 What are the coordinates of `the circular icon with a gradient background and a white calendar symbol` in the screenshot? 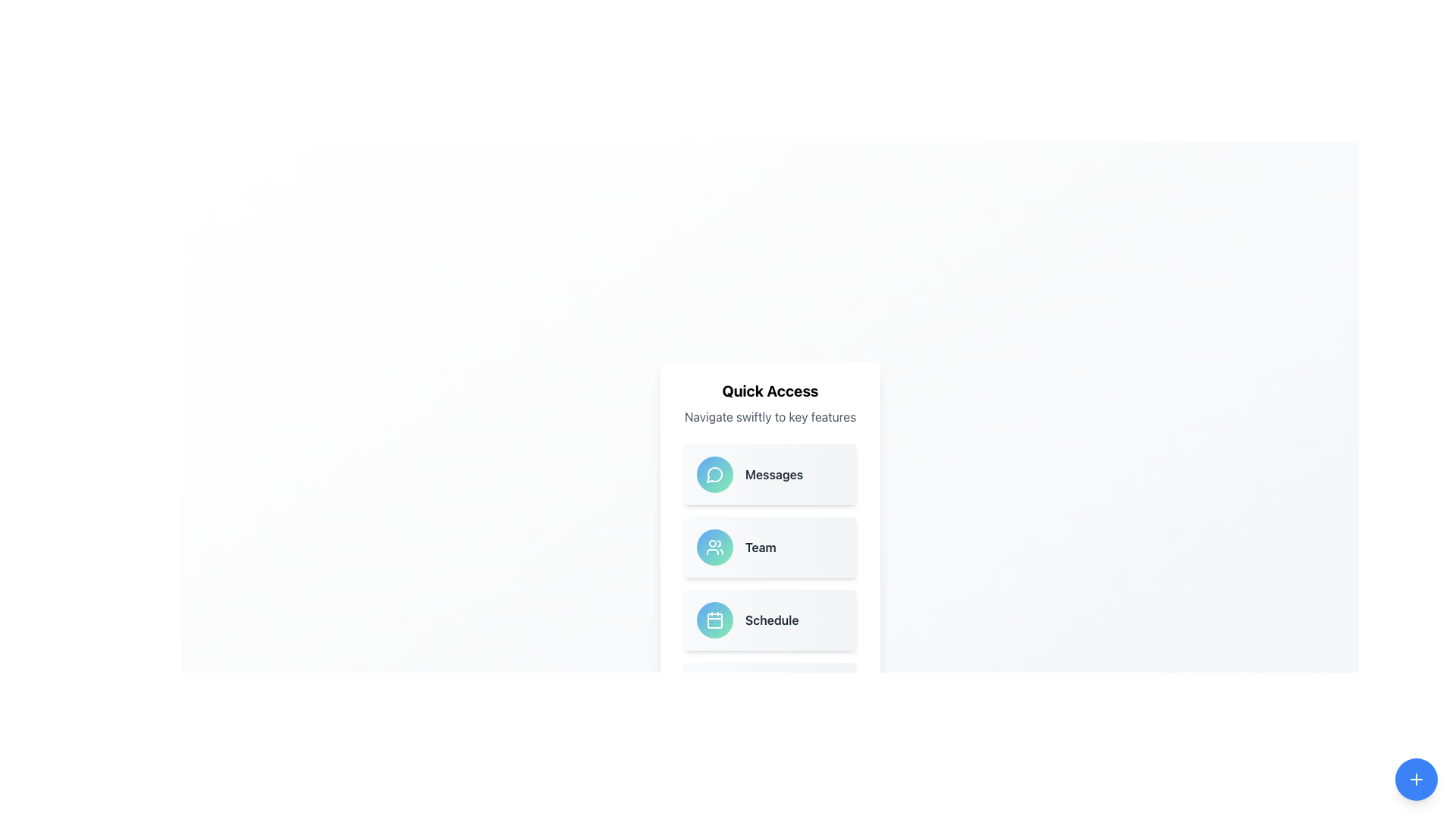 It's located at (714, 620).